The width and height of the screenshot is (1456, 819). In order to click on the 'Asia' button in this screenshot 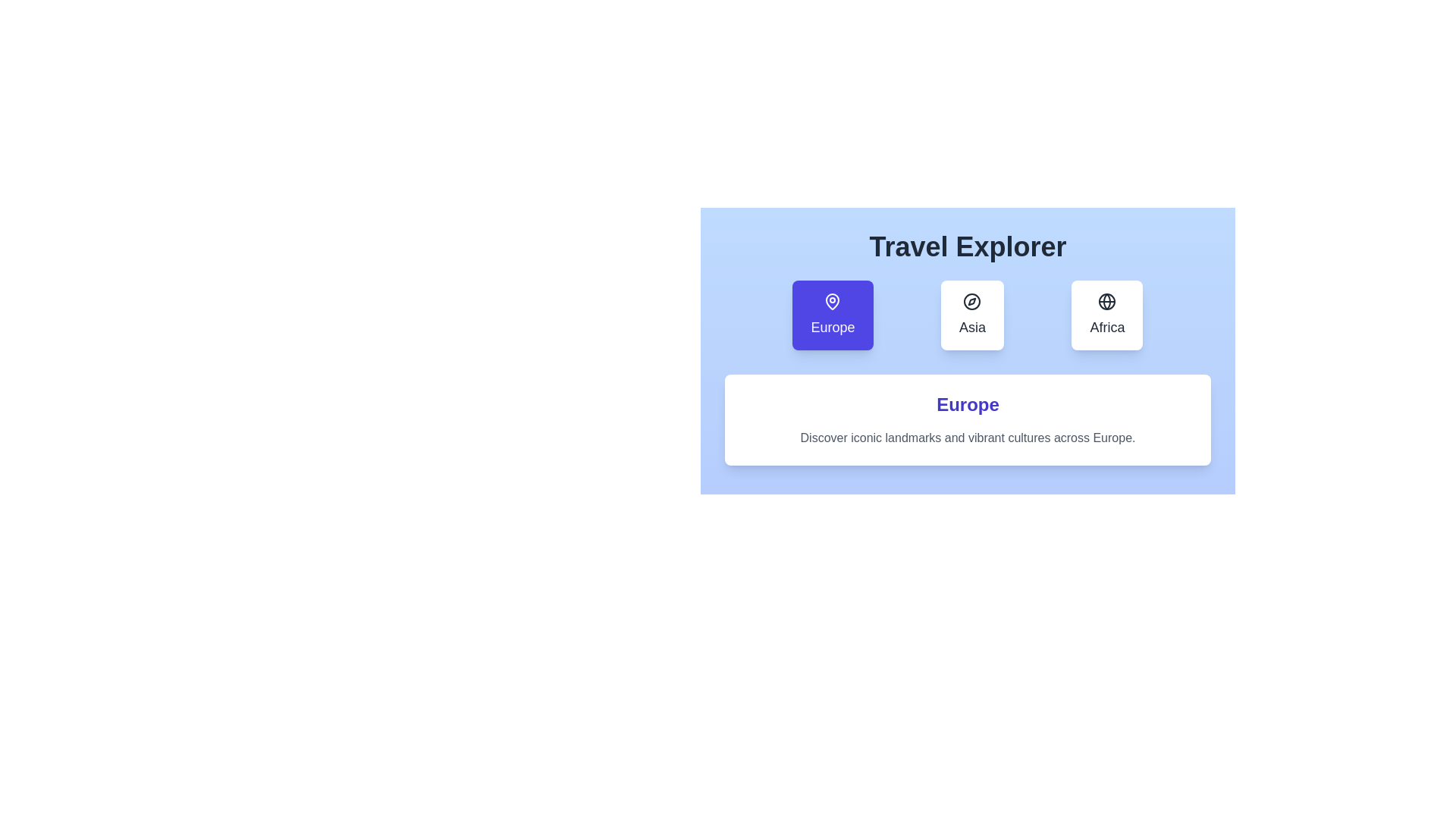, I will do `click(967, 342)`.